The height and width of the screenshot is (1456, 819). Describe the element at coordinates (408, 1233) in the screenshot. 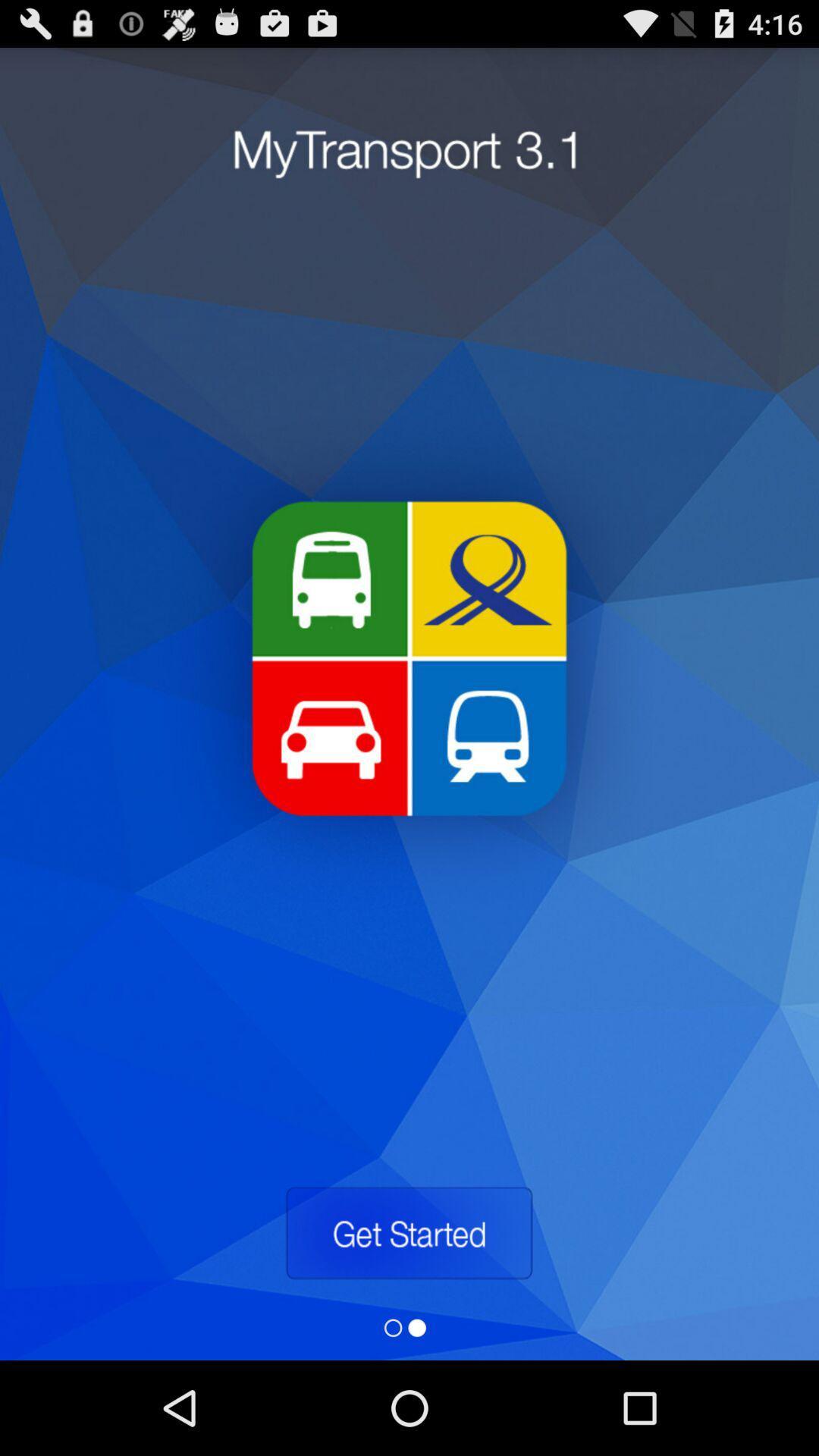

I see `start application` at that location.